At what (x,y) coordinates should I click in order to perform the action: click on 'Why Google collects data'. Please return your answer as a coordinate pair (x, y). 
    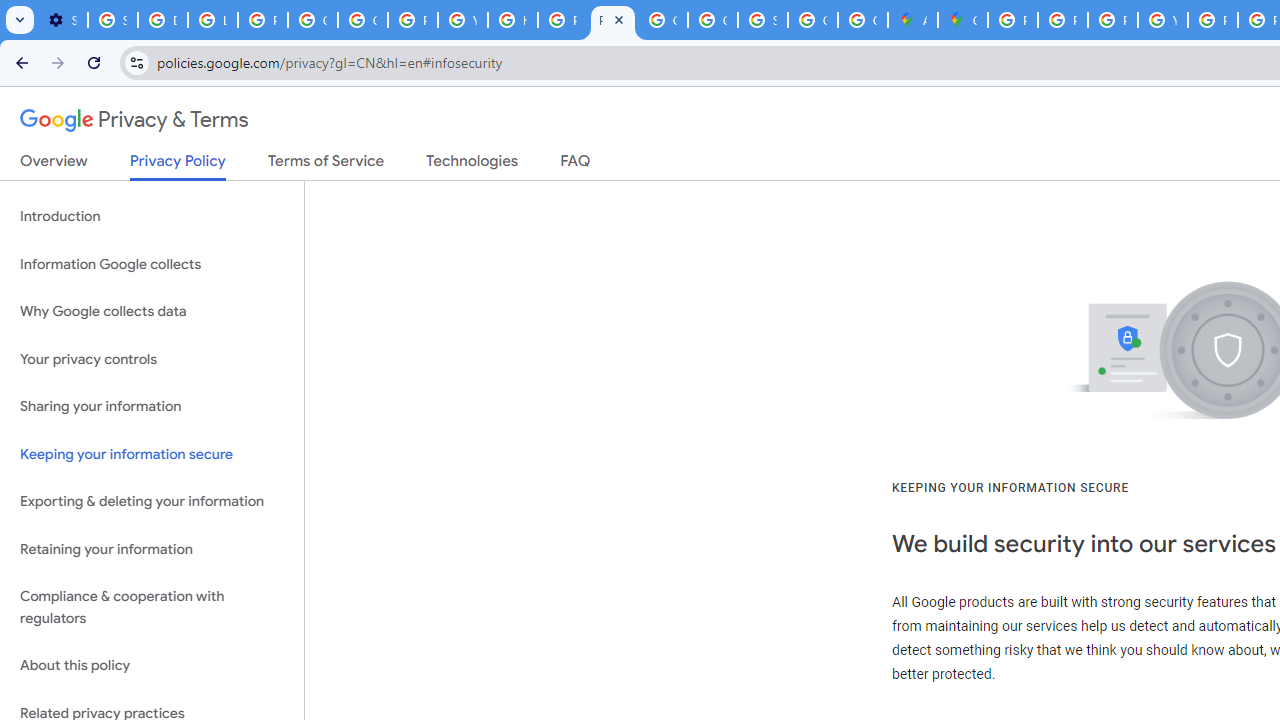
    Looking at the image, I should click on (151, 312).